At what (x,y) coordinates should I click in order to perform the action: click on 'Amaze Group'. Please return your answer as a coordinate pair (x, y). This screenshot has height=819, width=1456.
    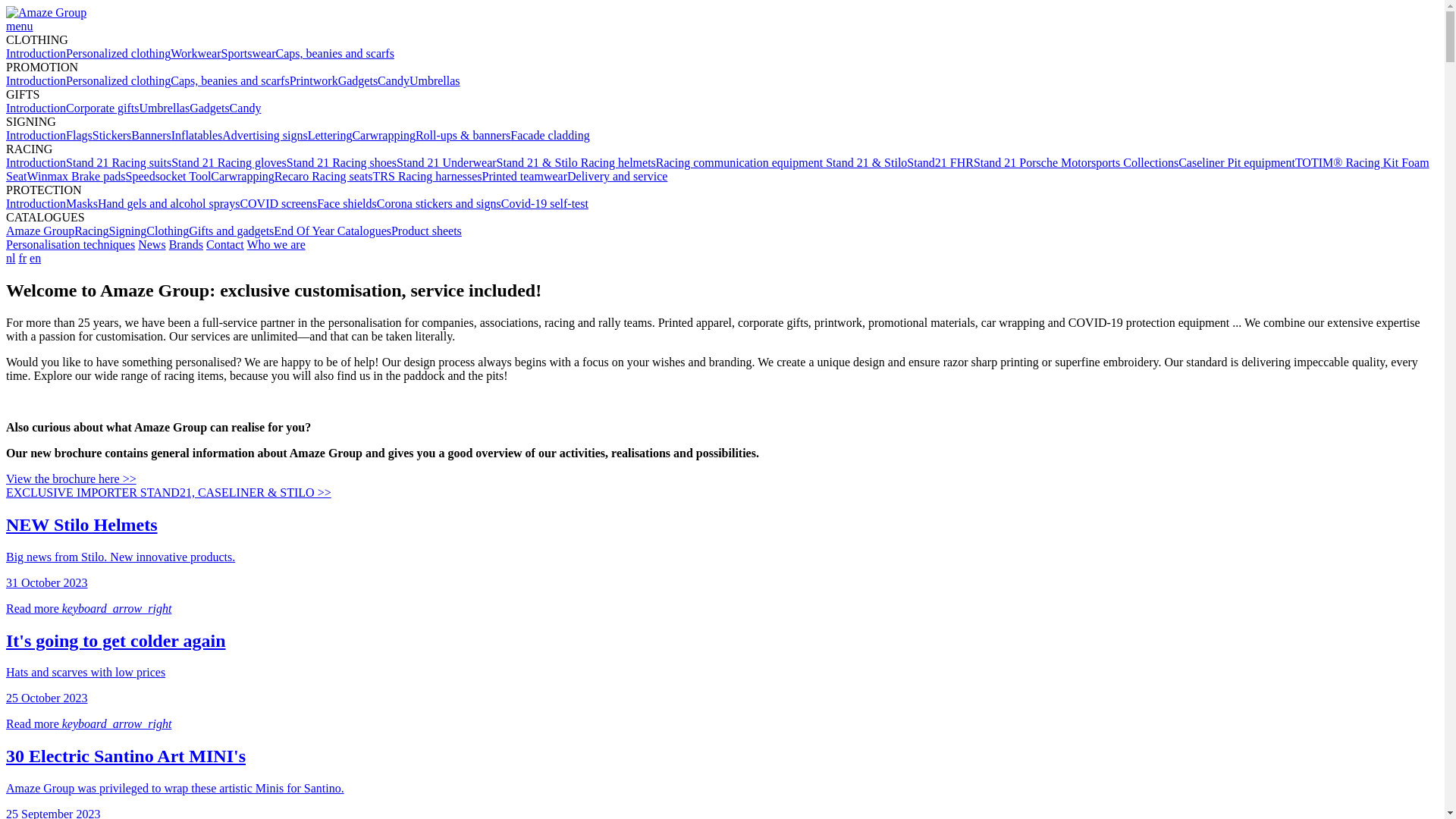
    Looking at the image, I should click on (46, 12).